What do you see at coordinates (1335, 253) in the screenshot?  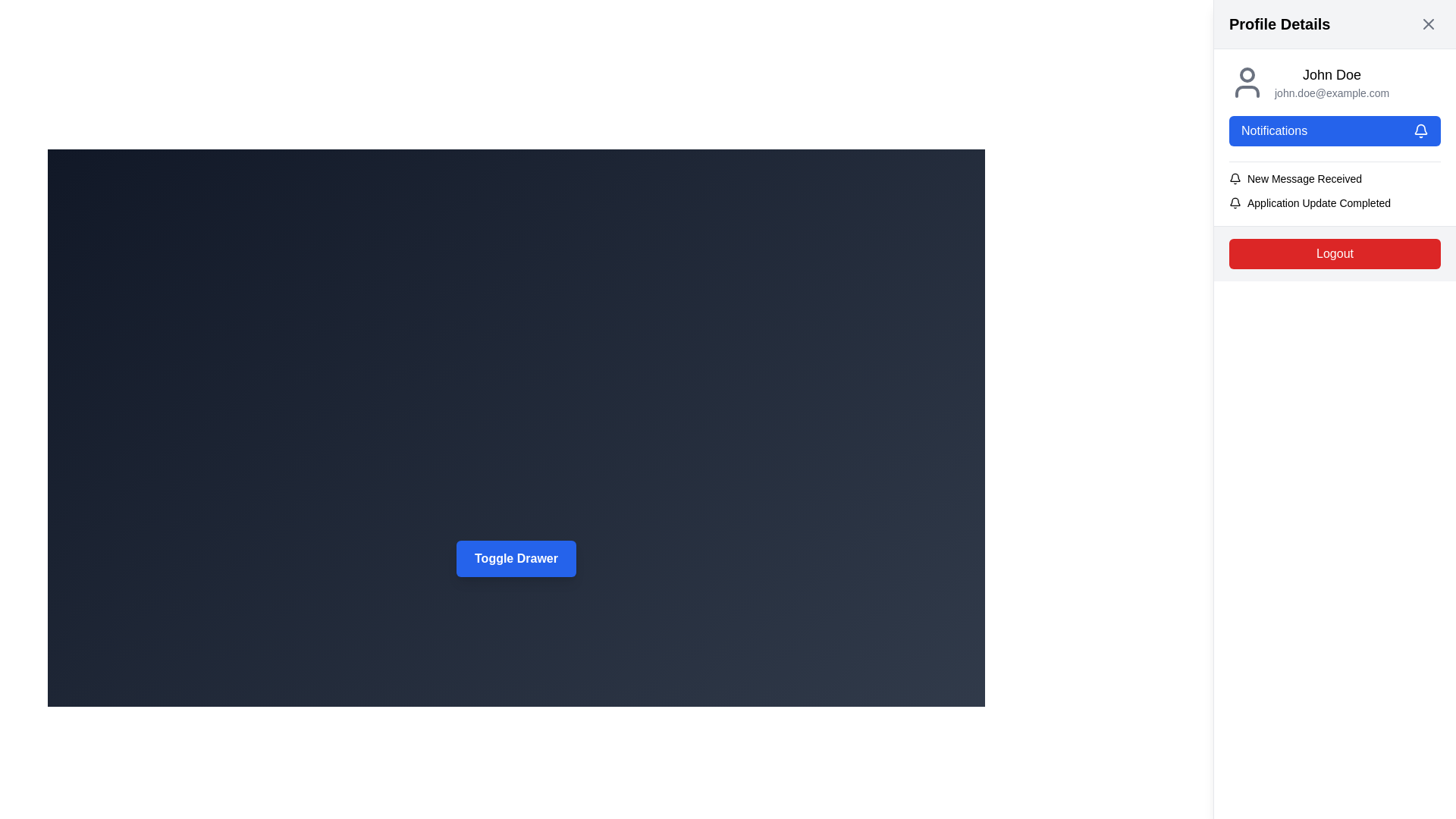 I see `the logout button located at the bottom of the right-side profile panel` at bounding box center [1335, 253].